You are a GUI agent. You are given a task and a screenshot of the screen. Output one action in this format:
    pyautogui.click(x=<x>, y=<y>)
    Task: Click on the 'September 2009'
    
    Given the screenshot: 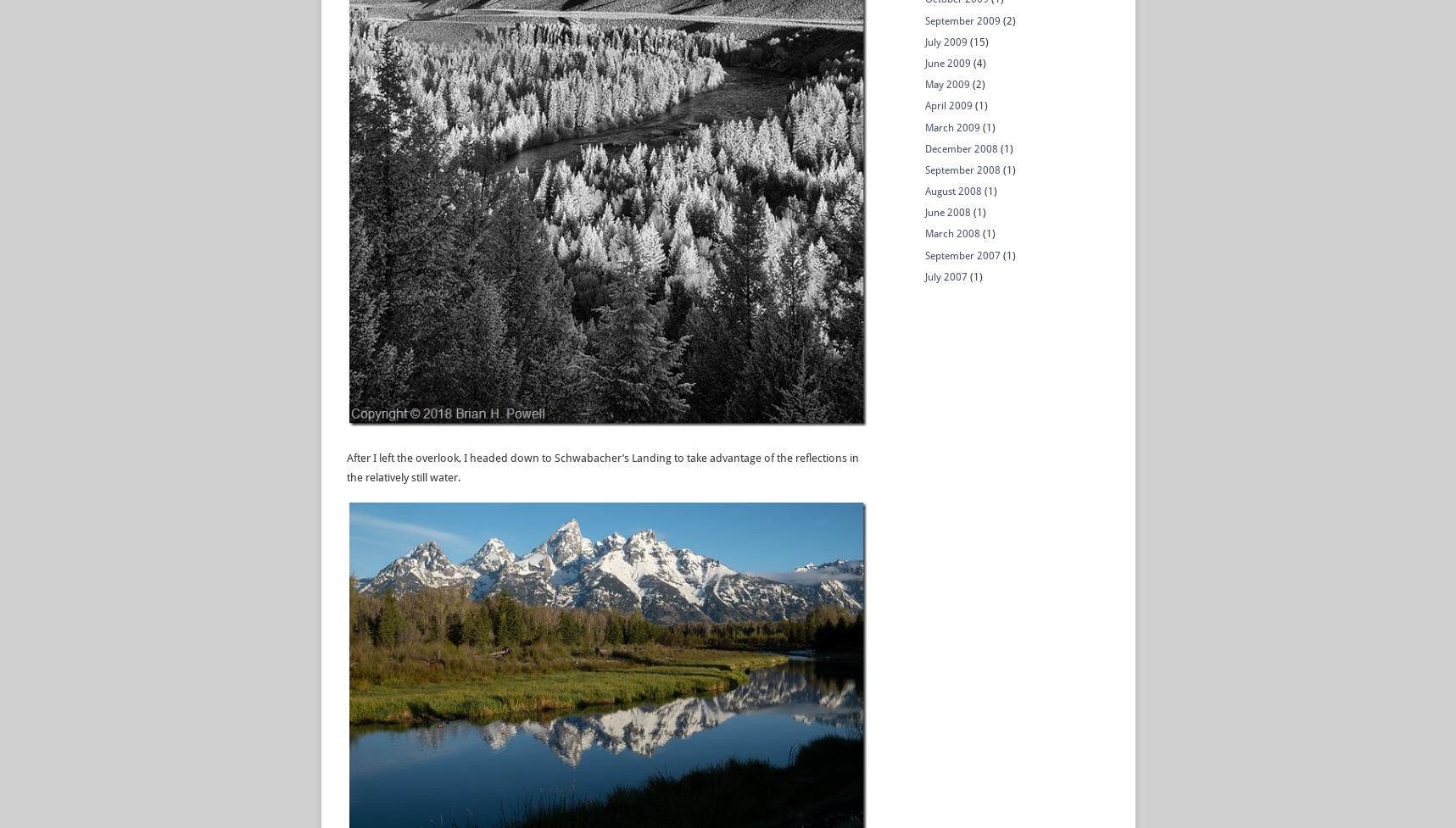 What is the action you would take?
    pyautogui.click(x=962, y=20)
    